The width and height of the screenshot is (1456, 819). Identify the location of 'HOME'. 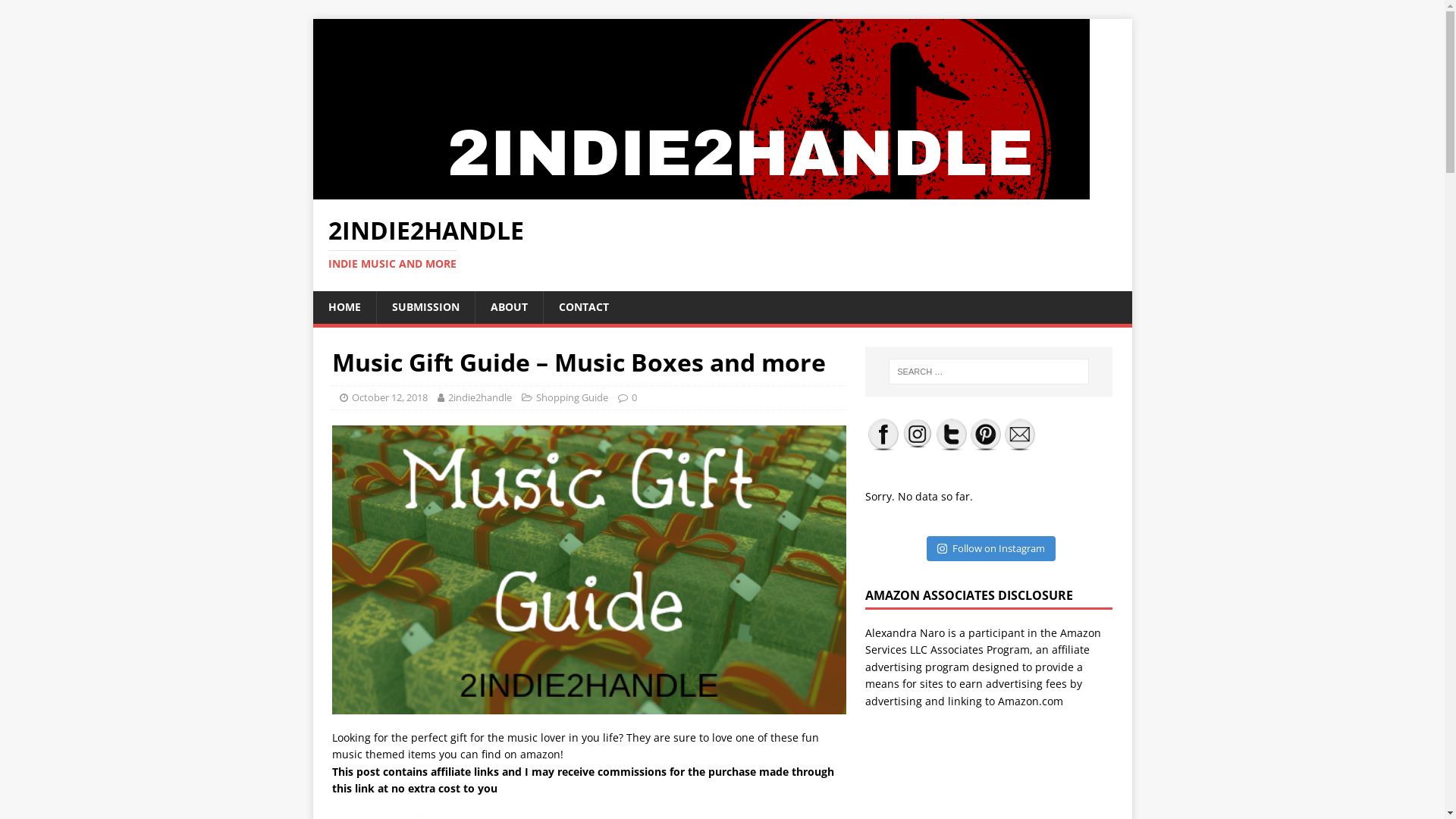
(343, 307).